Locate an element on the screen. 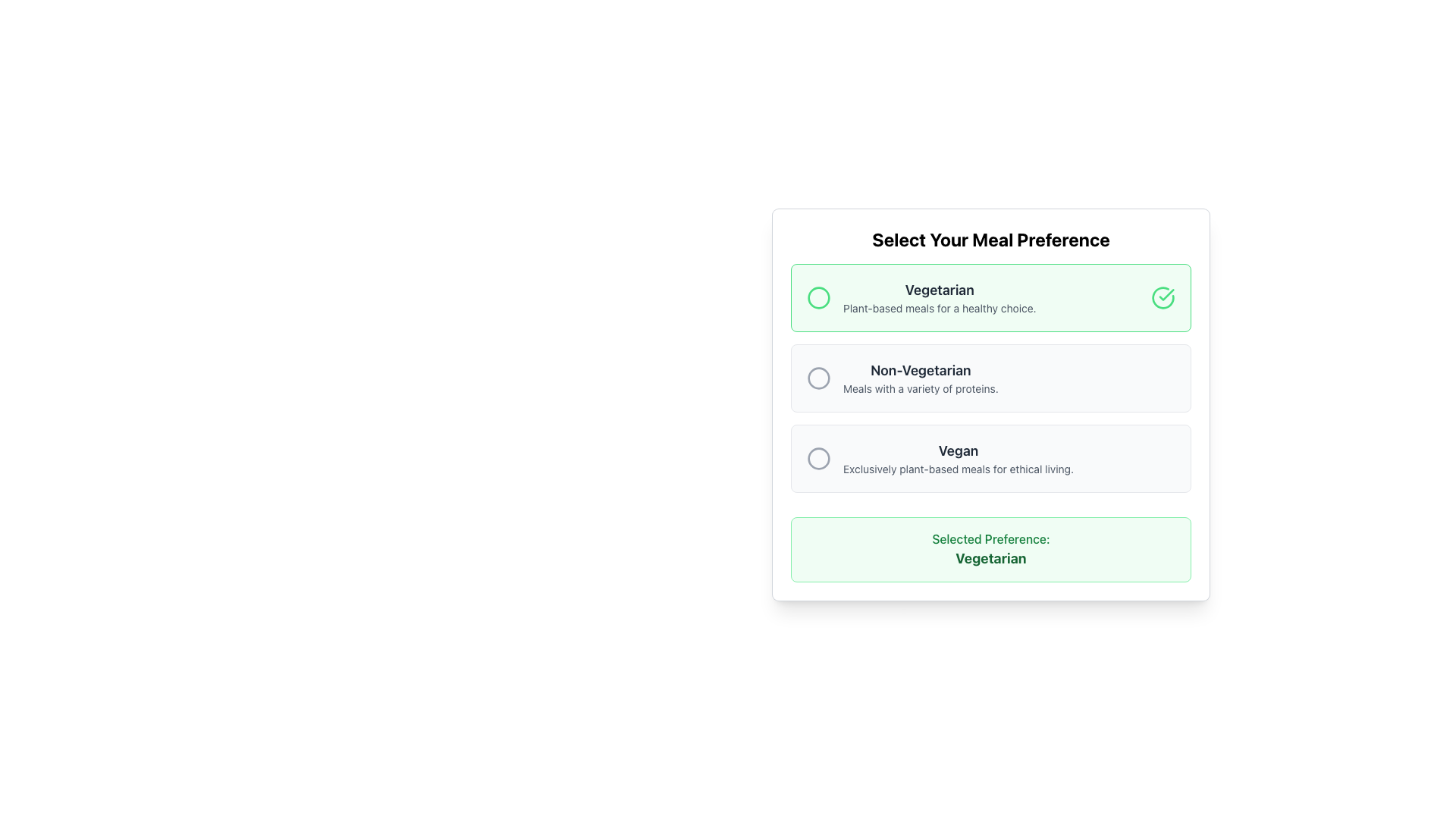  the circular icon indicator within the Non-Vegetarian meals box is located at coordinates (818, 377).